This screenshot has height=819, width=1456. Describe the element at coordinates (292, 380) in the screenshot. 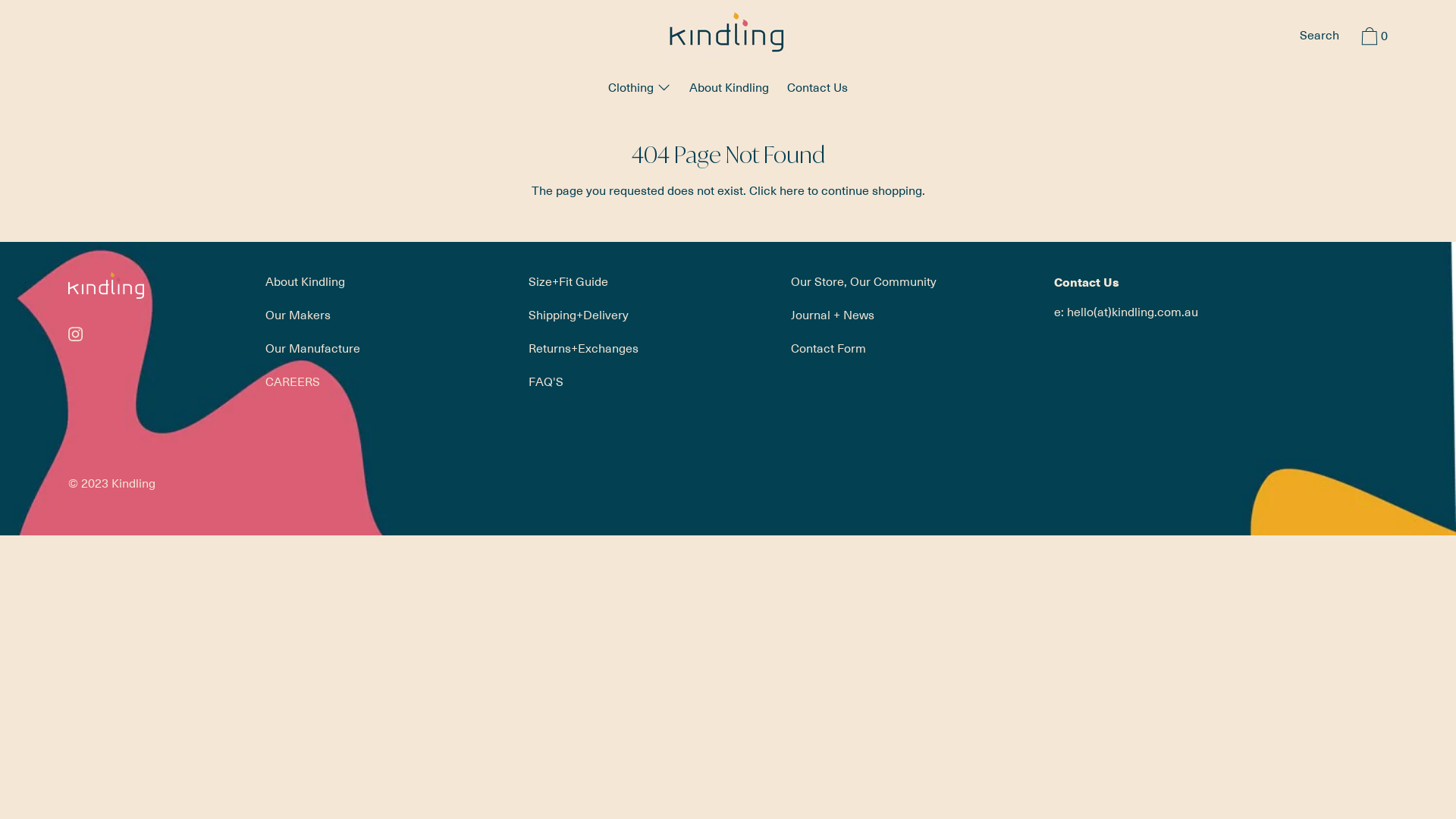

I see `'CAREERS'` at that location.